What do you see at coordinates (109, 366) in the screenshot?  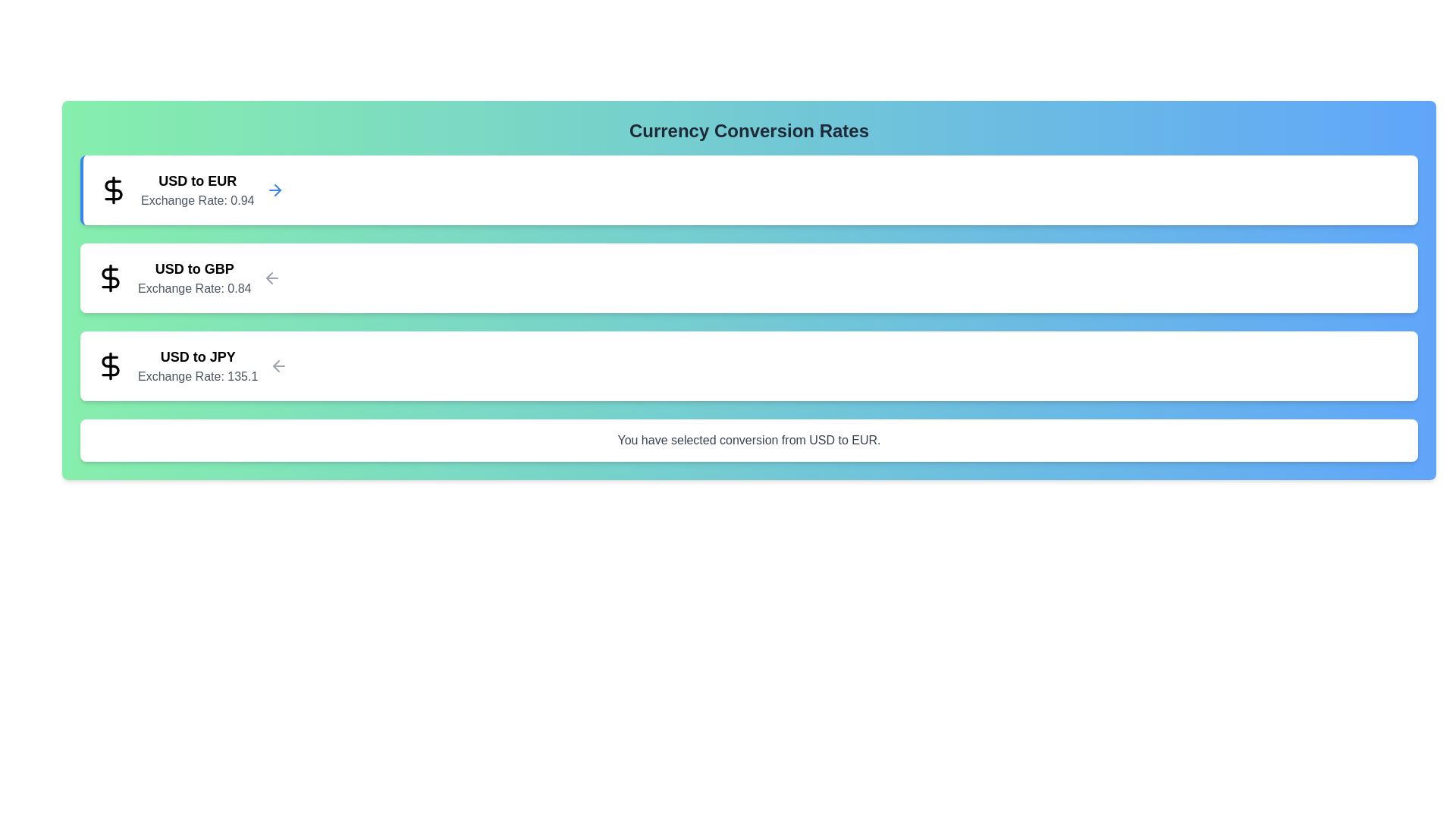 I see `the dollar sign icon in the currency conversion section, specifically in the 'USD to JPY' row, which visually indicates currency conversion rates` at bounding box center [109, 366].